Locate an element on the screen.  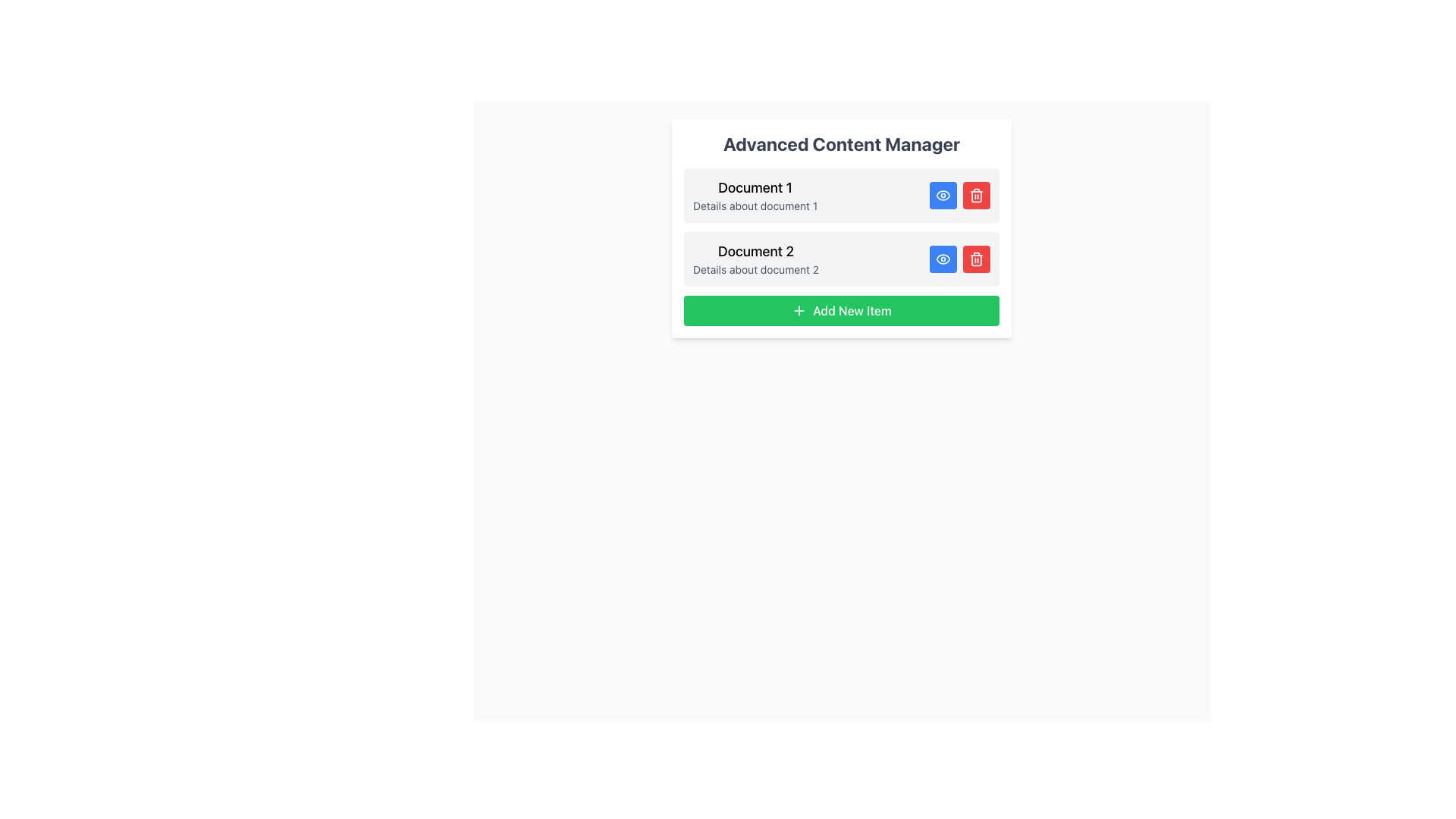
the Text Display element that describes 'Document 1', which is the first item in a vertically stacked list of documents is located at coordinates (755, 195).